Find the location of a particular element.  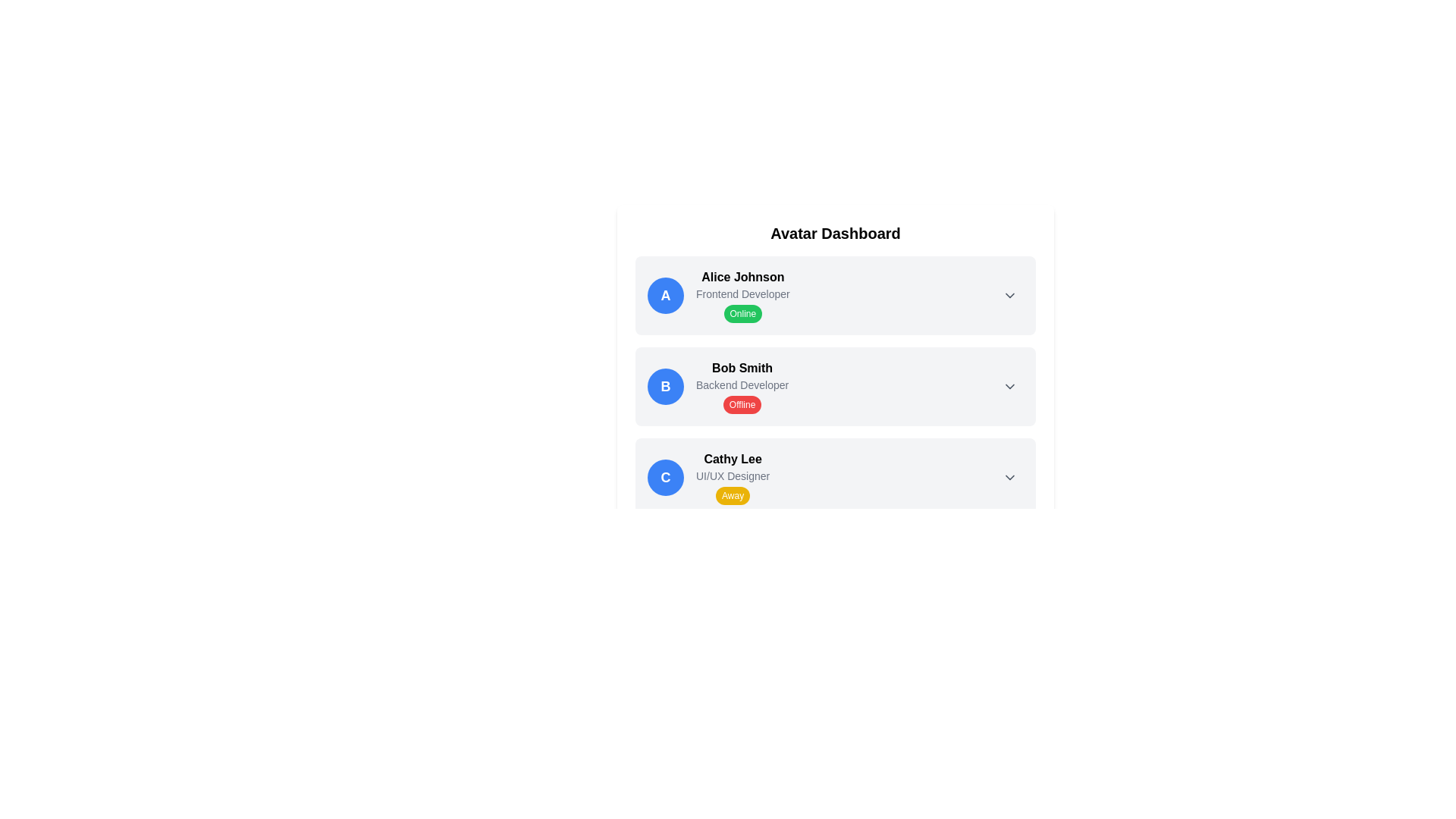

the Status Badge indicating 'Away' for user 'Cathy Lee', positioned below her name and job title in the list is located at coordinates (733, 496).